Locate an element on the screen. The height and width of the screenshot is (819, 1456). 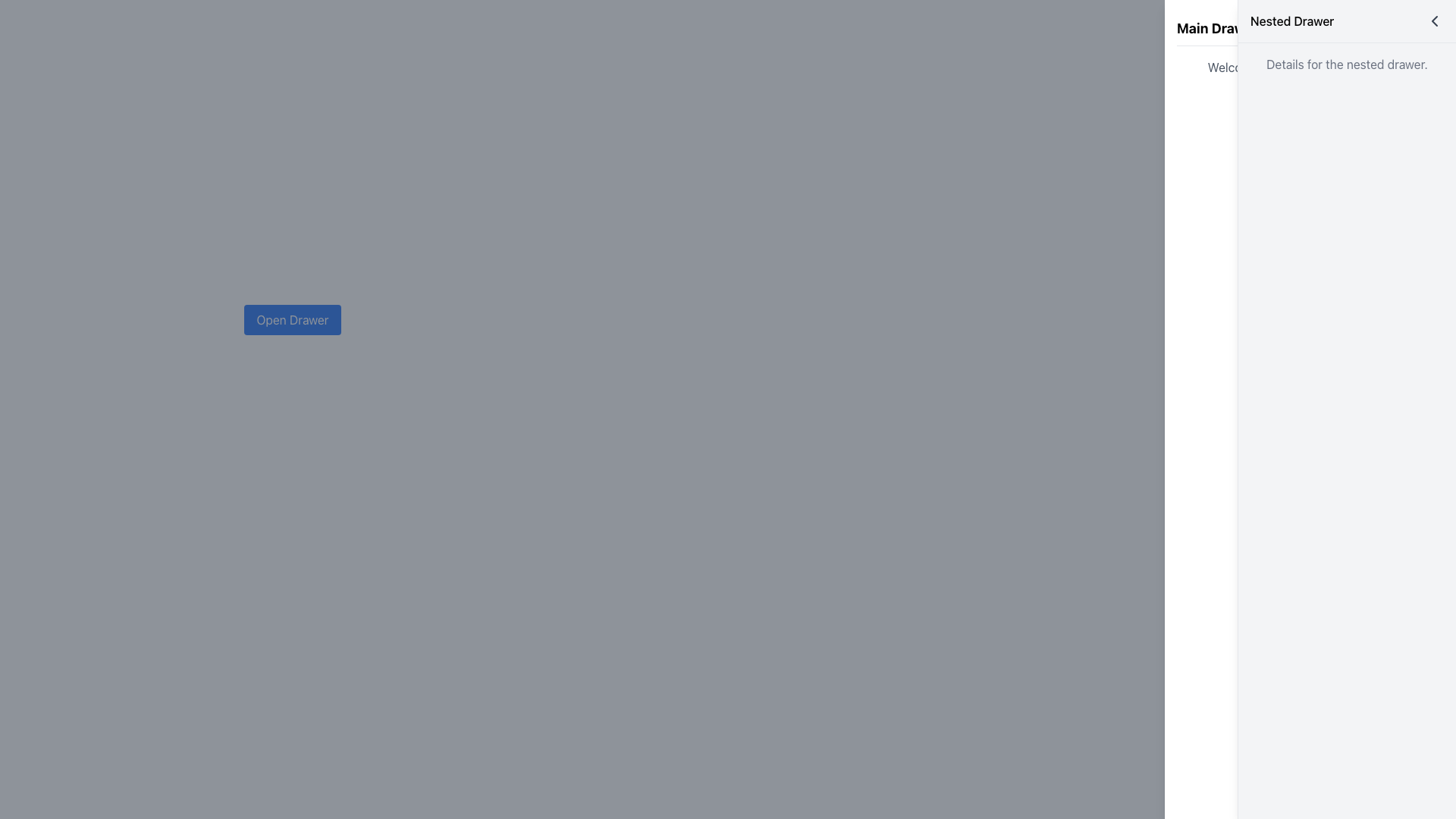
the chevron-left SVG icon representing the back action located in the header bar of the nested drawer is located at coordinates (1433, 20).